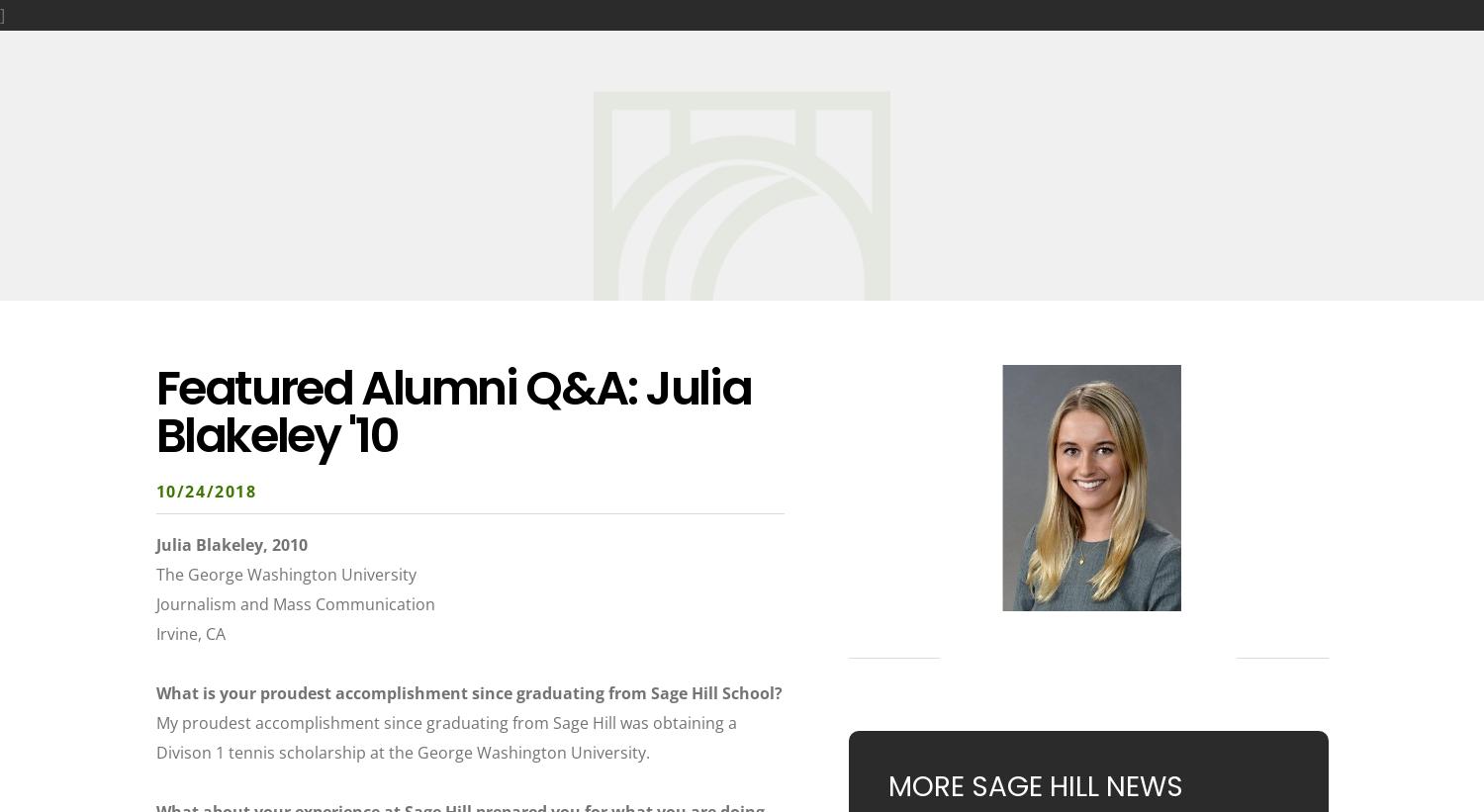 The image size is (1484, 812). I want to click on 'Quicklinks', so click(1285, 42).